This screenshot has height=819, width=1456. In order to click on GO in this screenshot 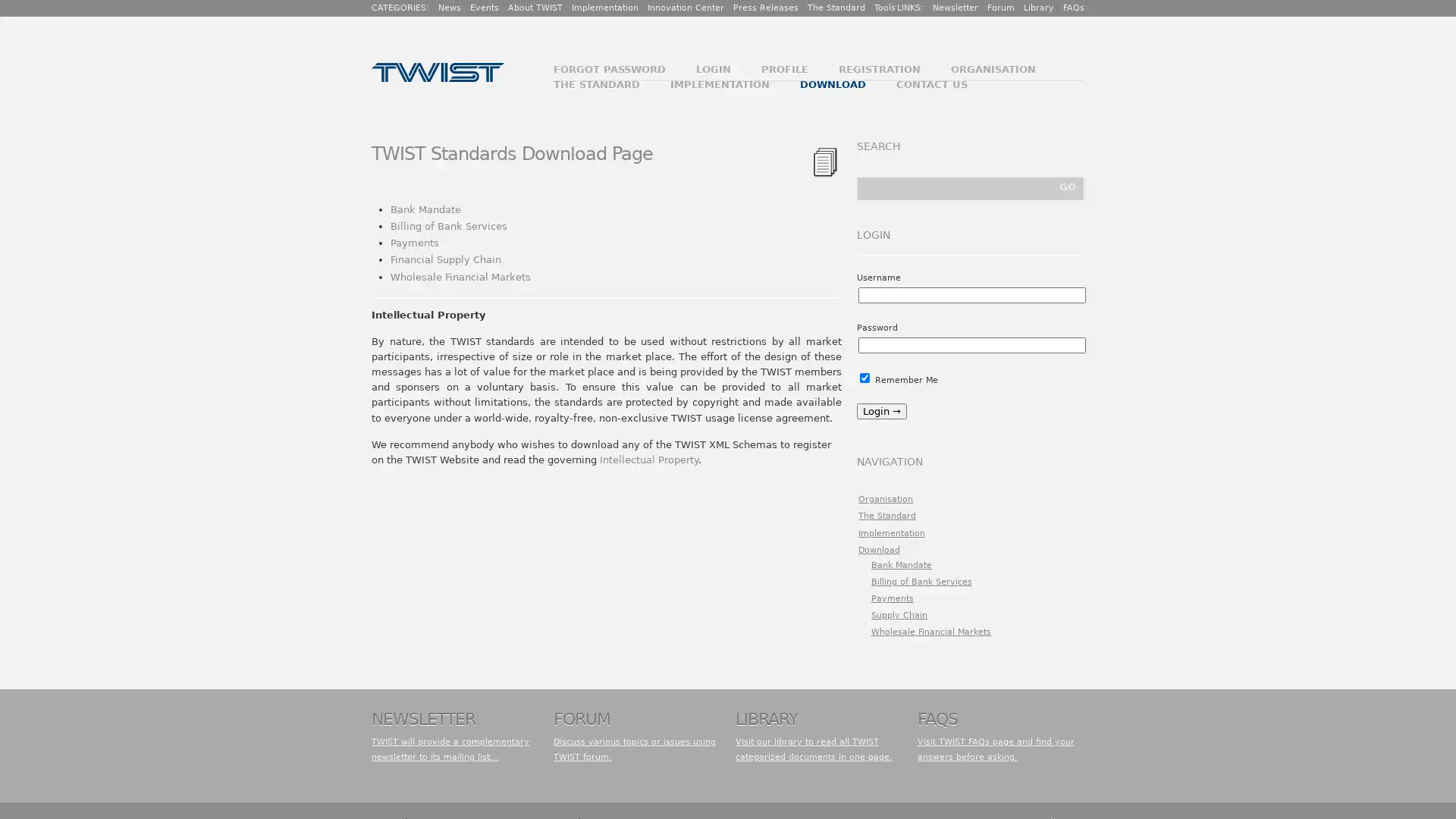, I will do `click(1066, 186)`.